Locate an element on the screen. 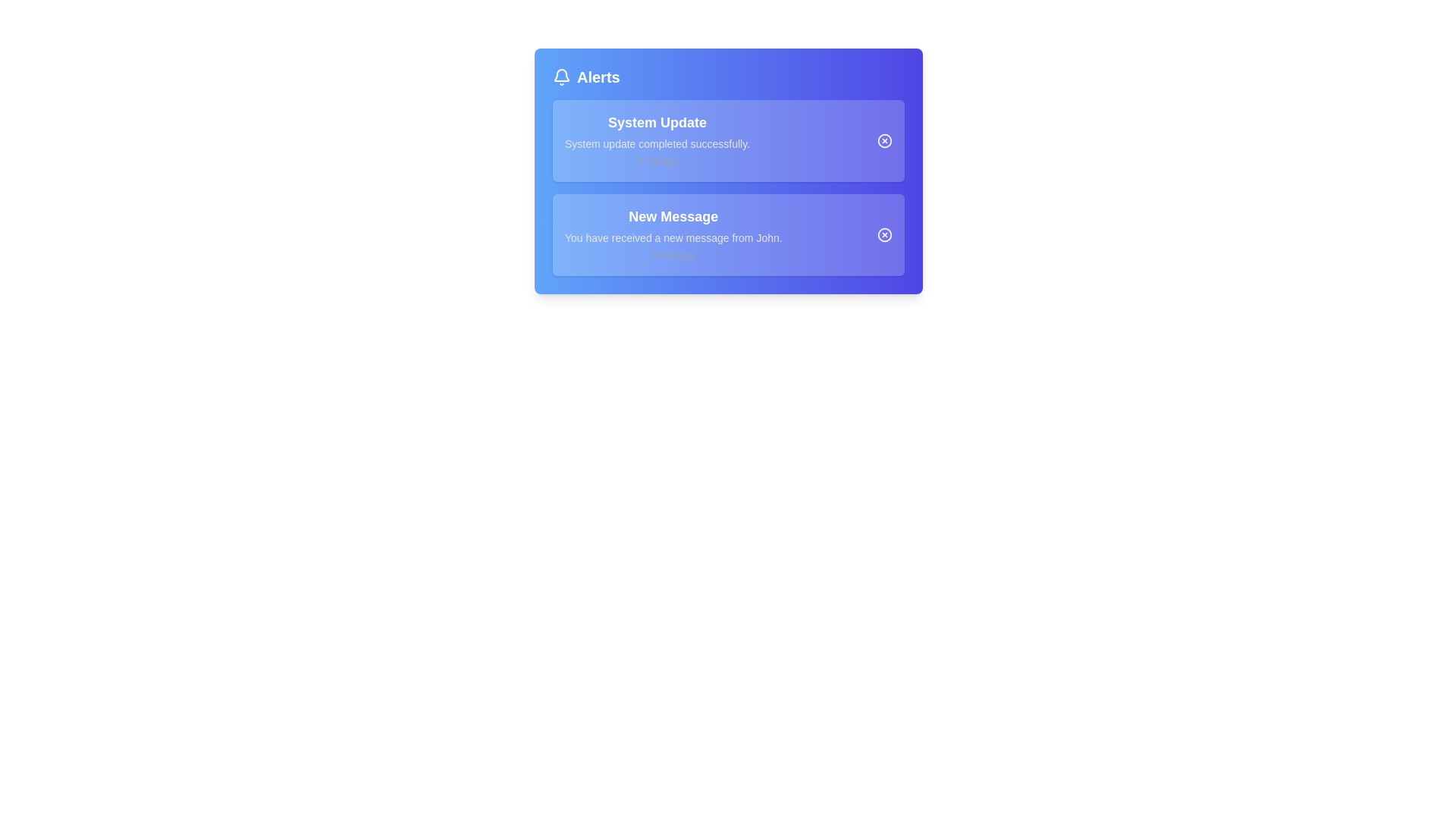  the notification bell icon with a white outline is located at coordinates (560, 77).